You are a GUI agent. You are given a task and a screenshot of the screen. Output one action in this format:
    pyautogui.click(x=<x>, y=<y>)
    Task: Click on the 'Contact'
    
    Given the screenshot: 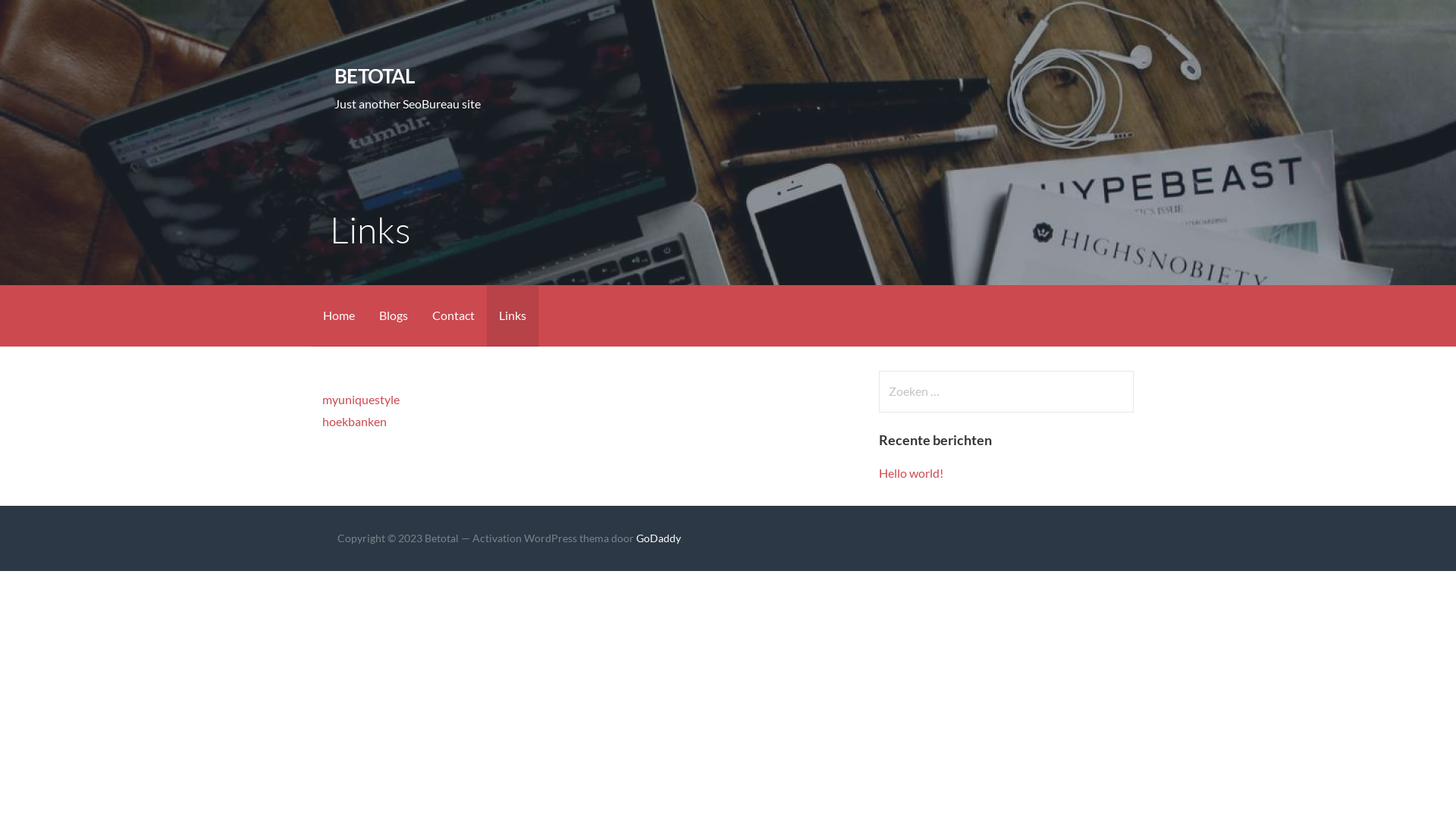 What is the action you would take?
    pyautogui.click(x=453, y=315)
    